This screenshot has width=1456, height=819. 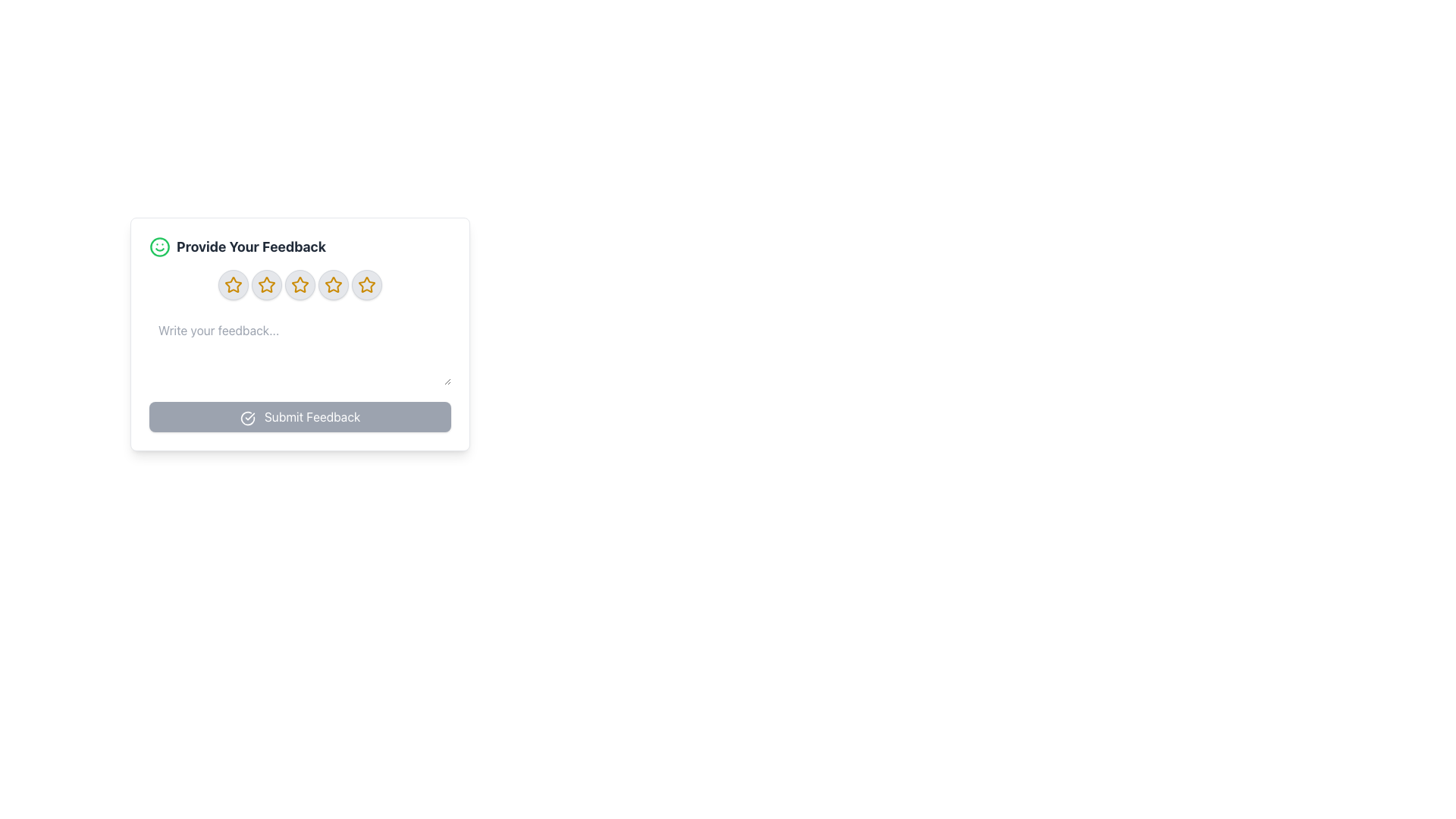 What do you see at coordinates (232, 284) in the screenshot?
I see `the first star-shaped icon, which is yellow and outlined, as part of the overall rating display in the feedback provision form` at bounding box center [232, 284].